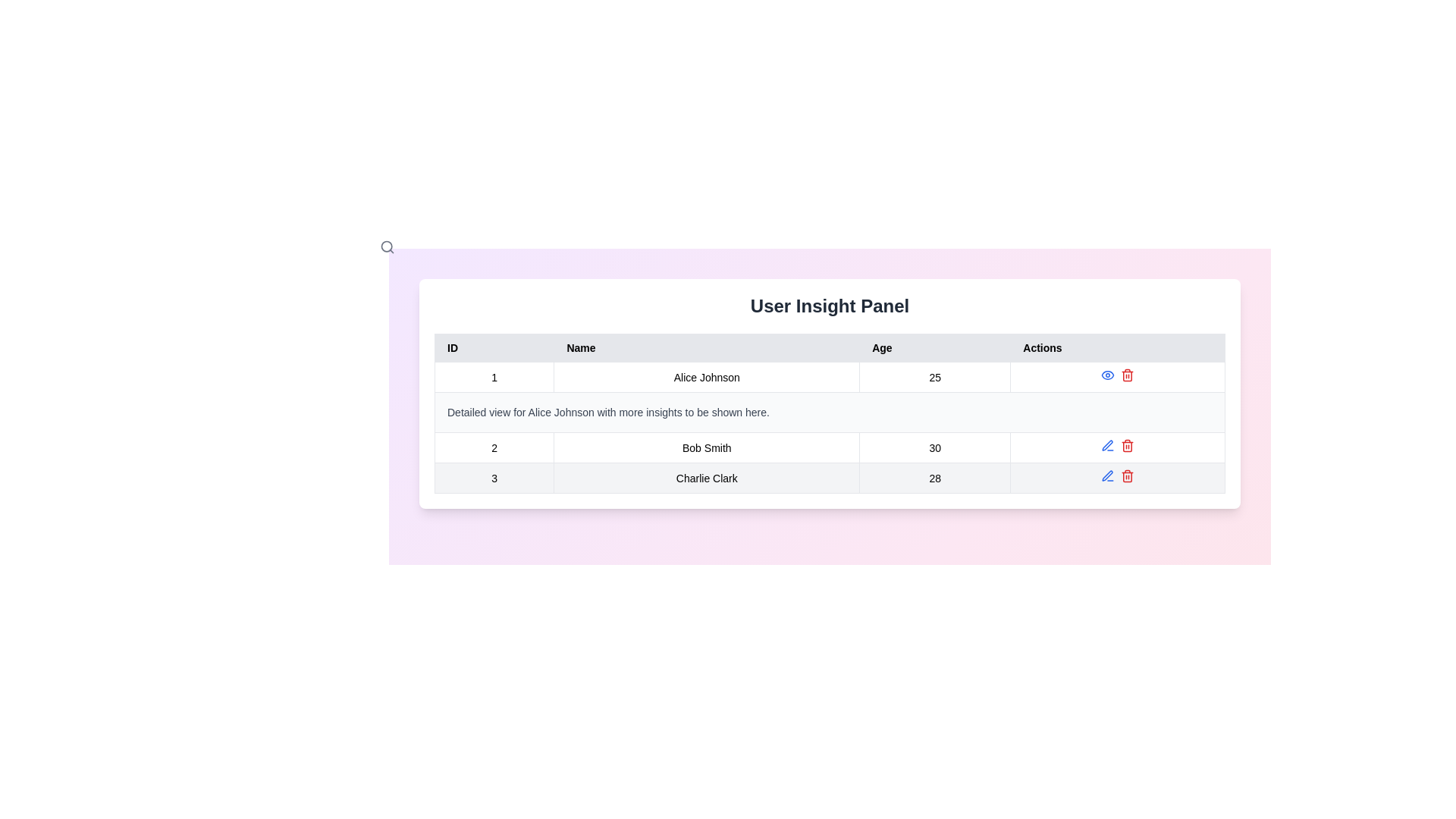  I want to click on the edit icon button located in the 'Actions' column of the second row in a table, so click(1108, 475).